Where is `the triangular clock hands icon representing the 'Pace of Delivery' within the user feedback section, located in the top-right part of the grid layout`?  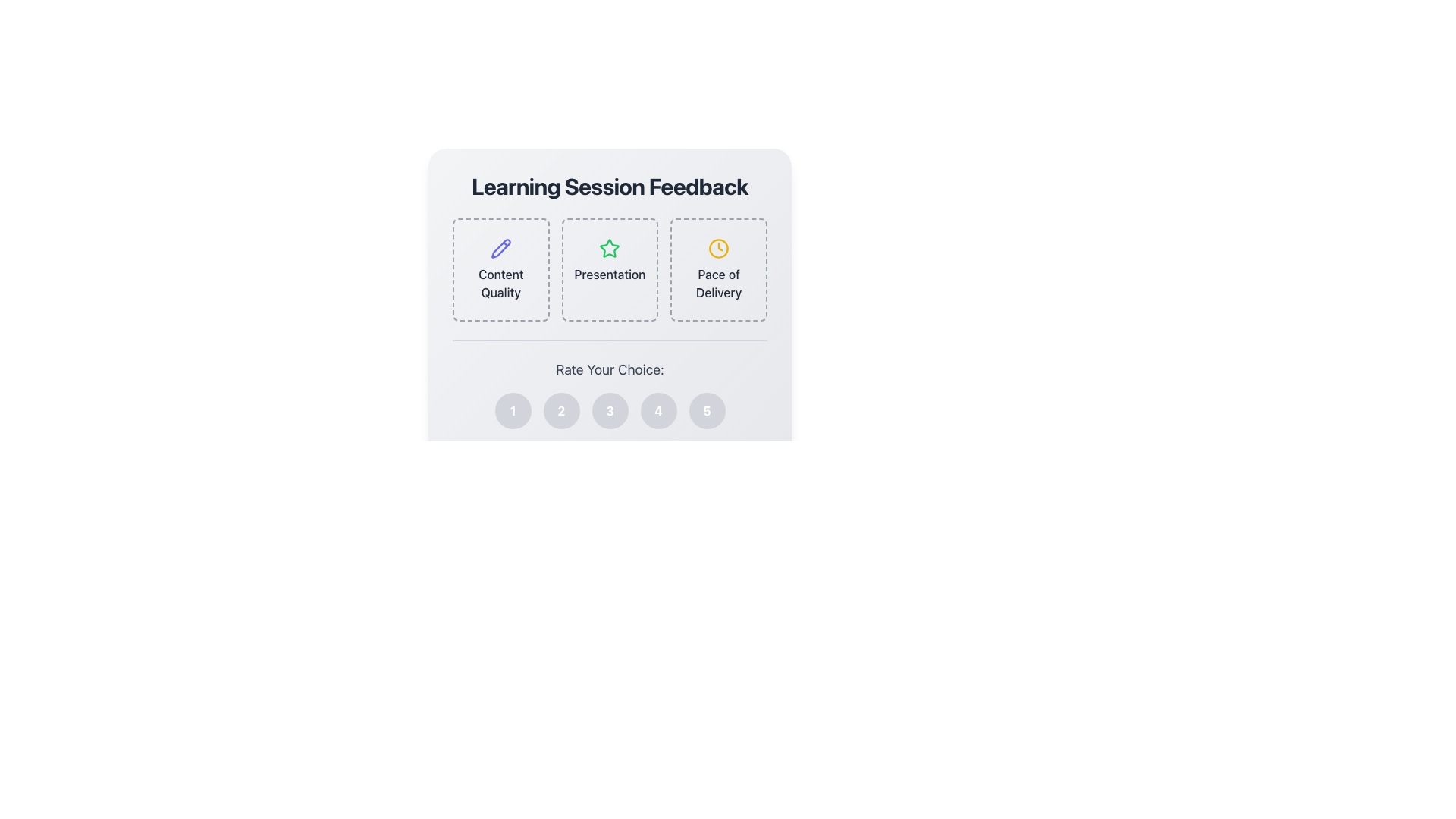
the triangular clock hands icon representing the 'Pace of Delivery' within the user feedback section, located in the top-right part of the grid layout is located at coordinates (720, 246).